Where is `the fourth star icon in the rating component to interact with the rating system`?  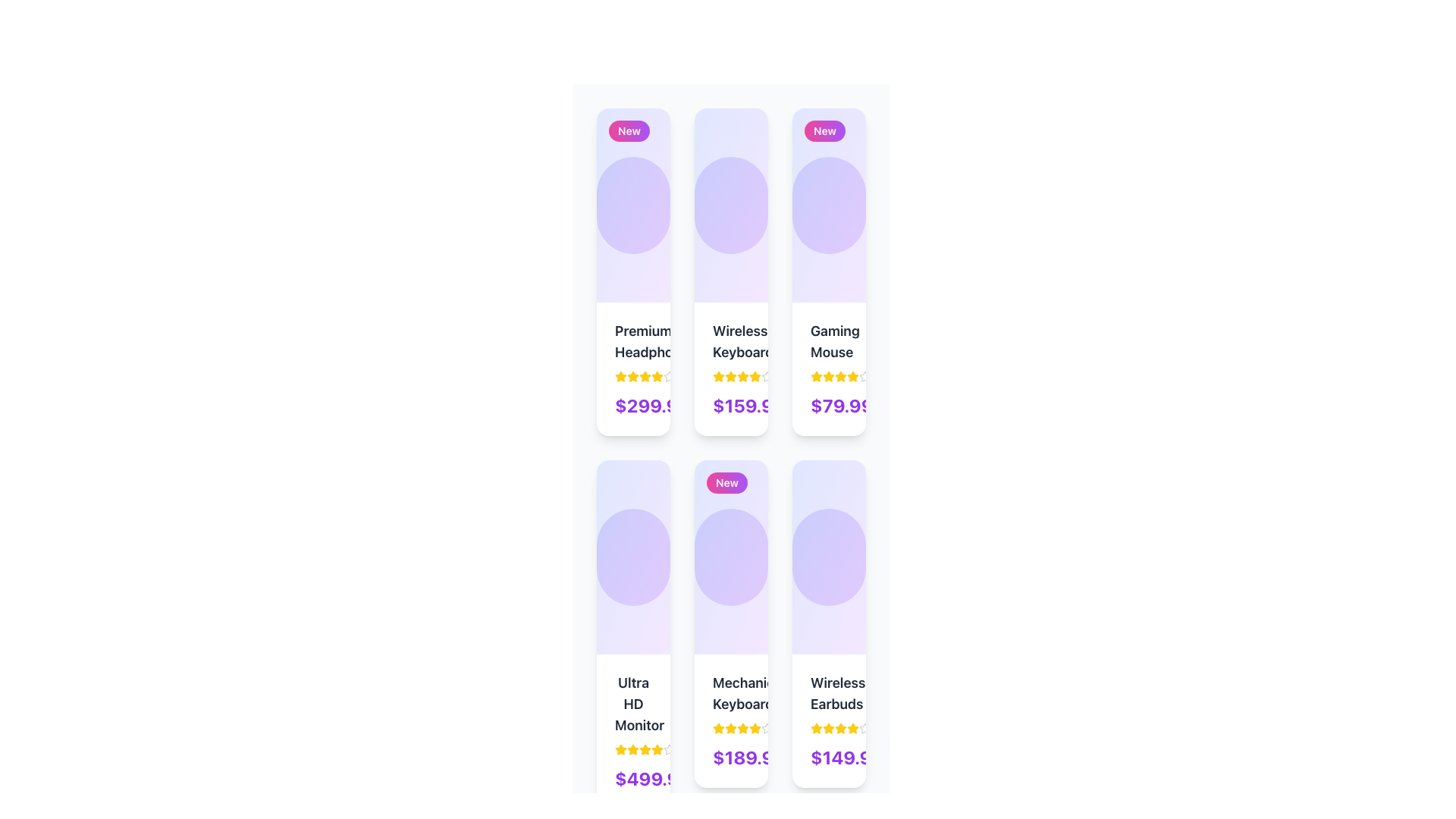 the fourth star icon in the rating component to interact with the rating system is located at coordinates (645, 376).